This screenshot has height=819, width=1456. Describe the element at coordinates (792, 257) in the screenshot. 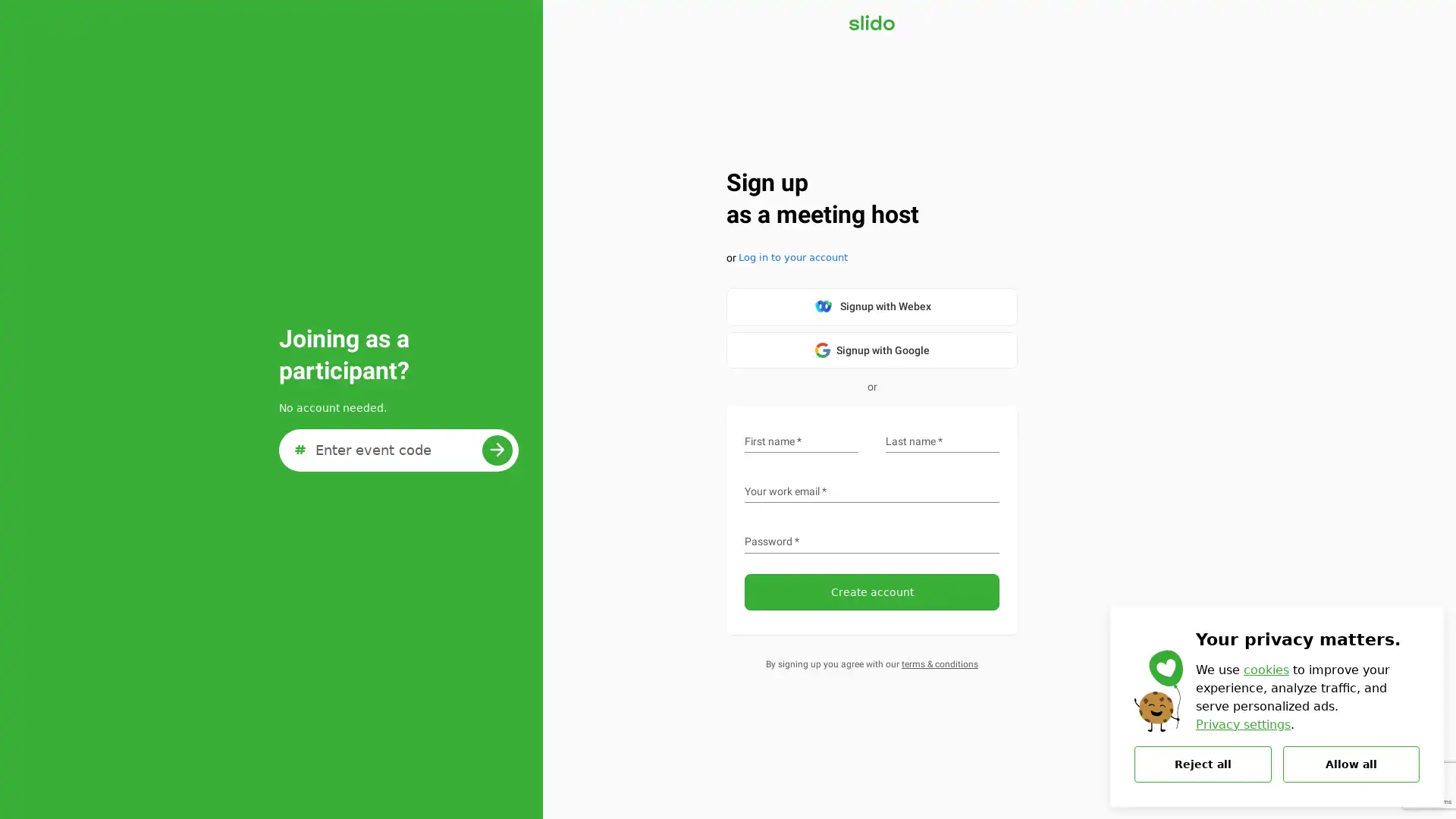

I see `Log in to your account` at that location.